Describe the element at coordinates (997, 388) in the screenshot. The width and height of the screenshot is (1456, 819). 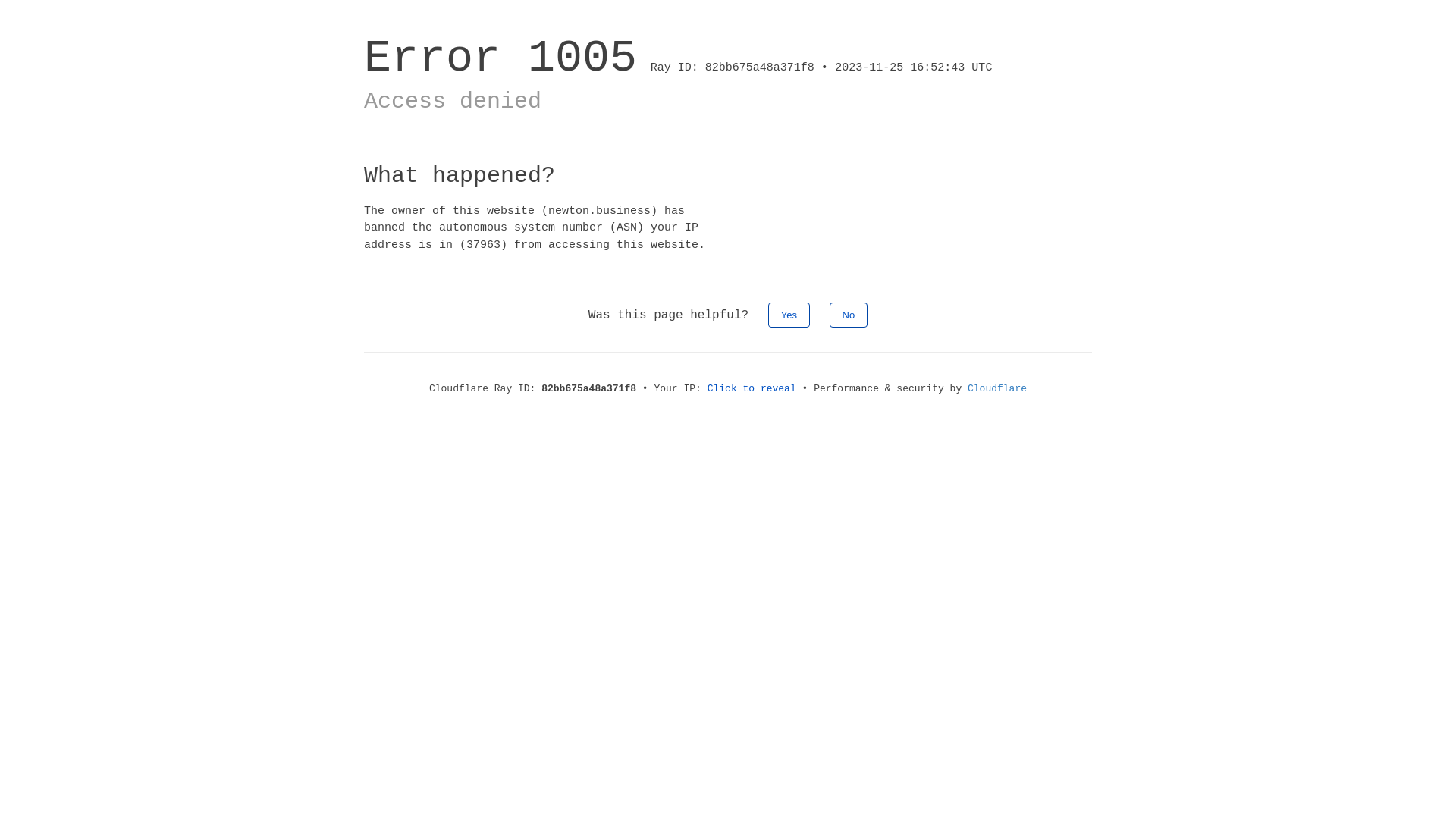
I see `'Cloudflare'` at that location.